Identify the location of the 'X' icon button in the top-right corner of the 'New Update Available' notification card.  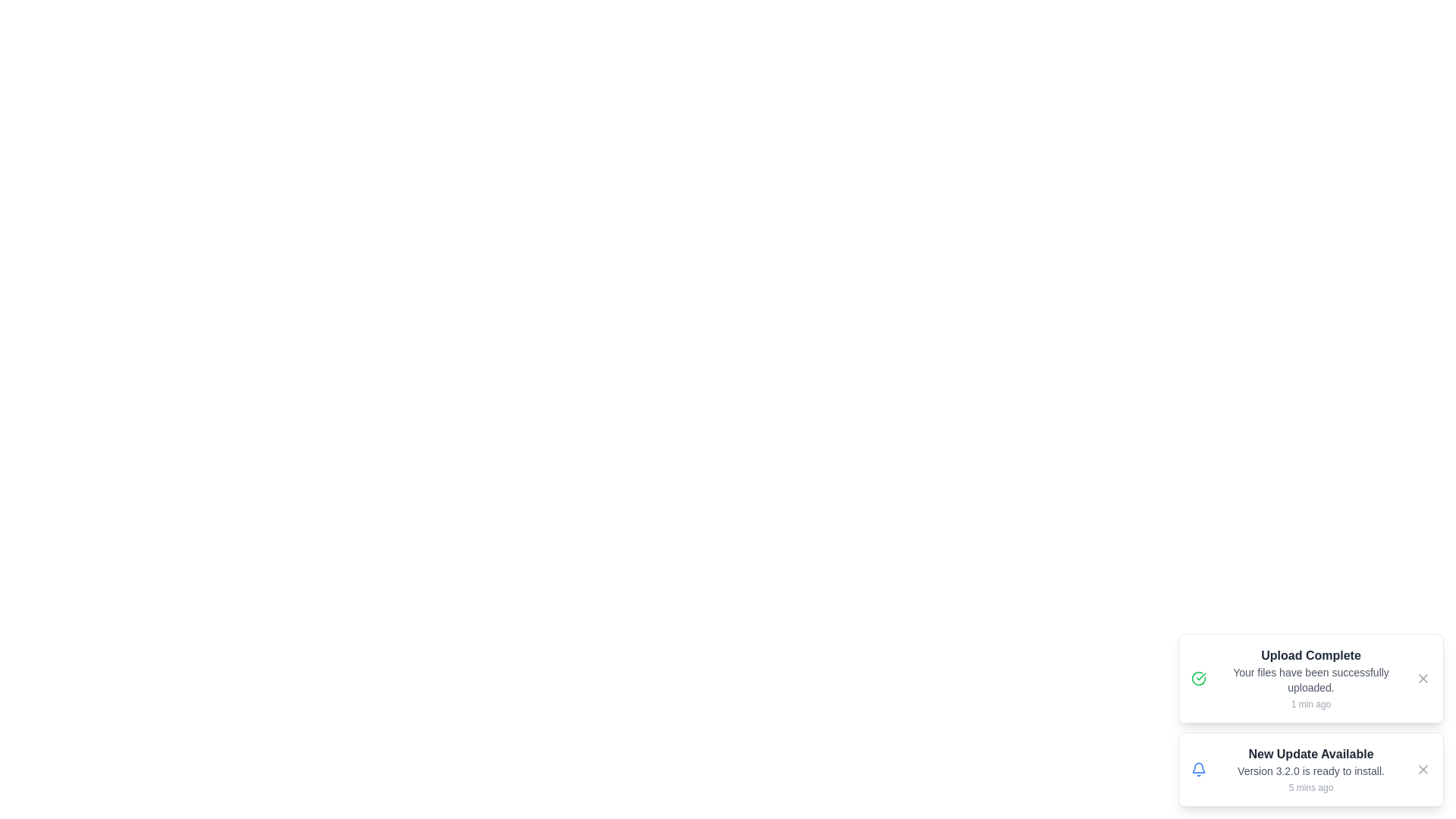
(1422, 769).